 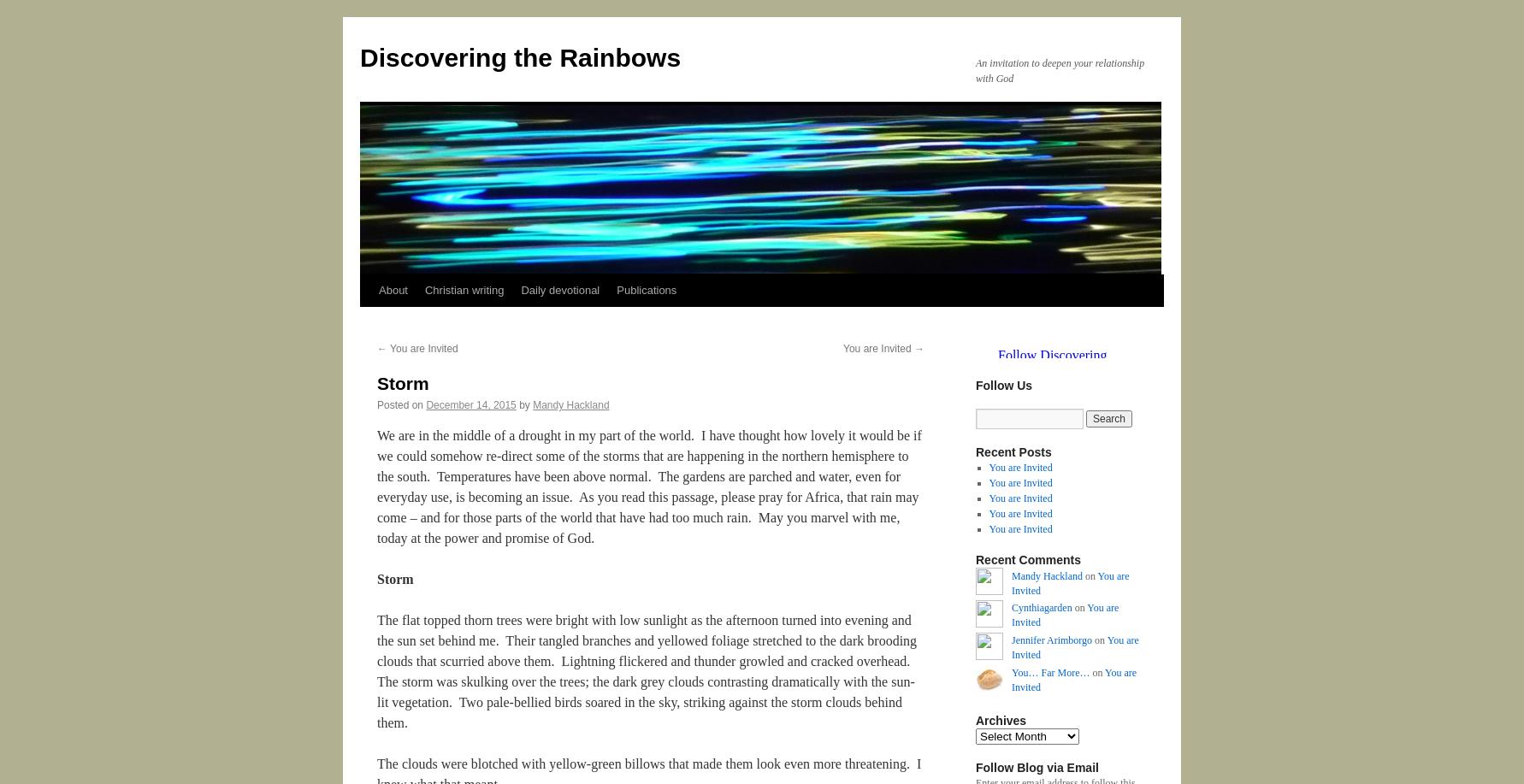 I want to click on 'Posted on', so click(x=399, y=404).